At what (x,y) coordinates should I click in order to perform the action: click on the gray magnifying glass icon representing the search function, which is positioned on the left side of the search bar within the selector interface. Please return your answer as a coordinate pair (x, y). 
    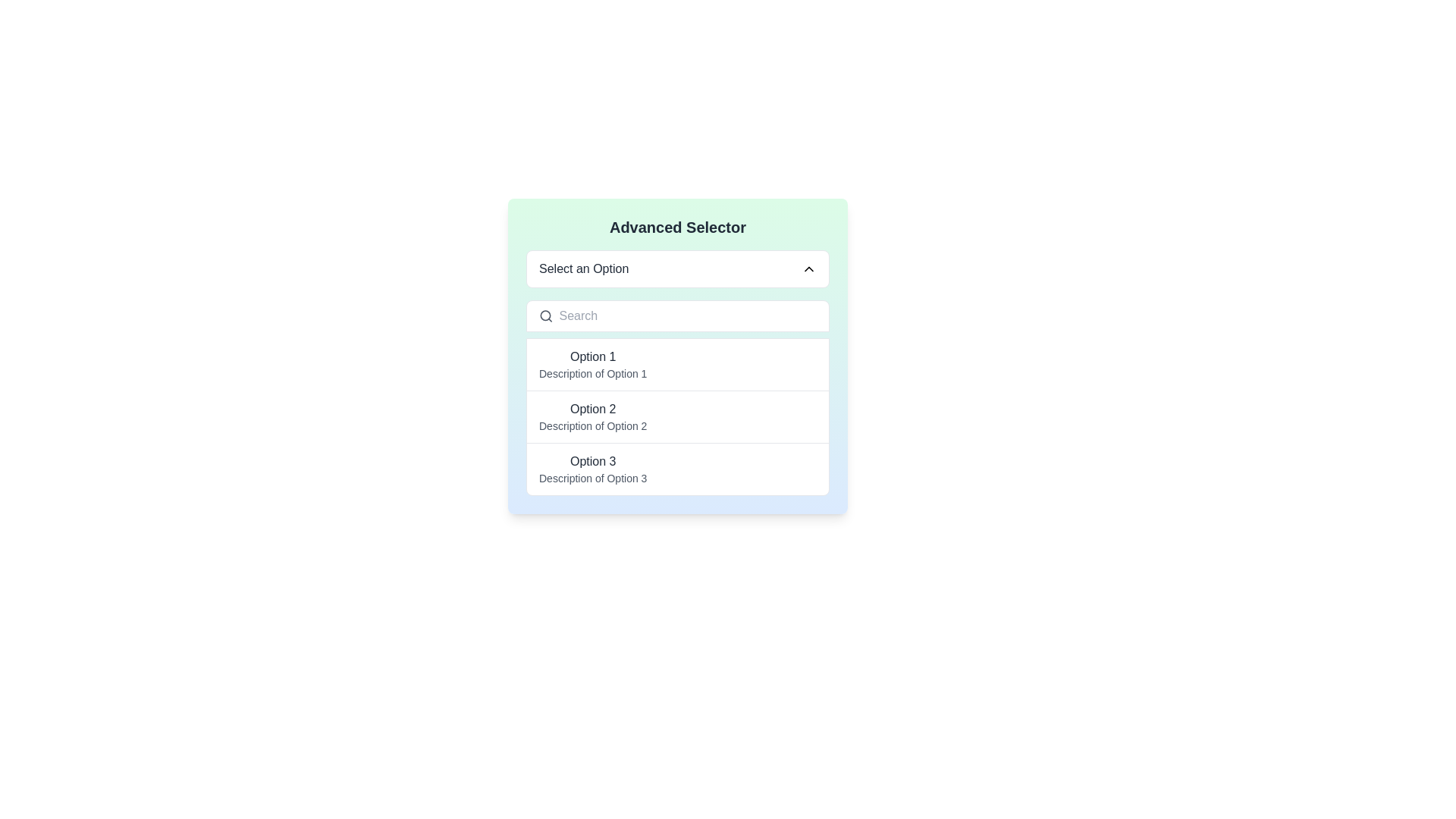
    Looking at the image, I should click on (546, 315).